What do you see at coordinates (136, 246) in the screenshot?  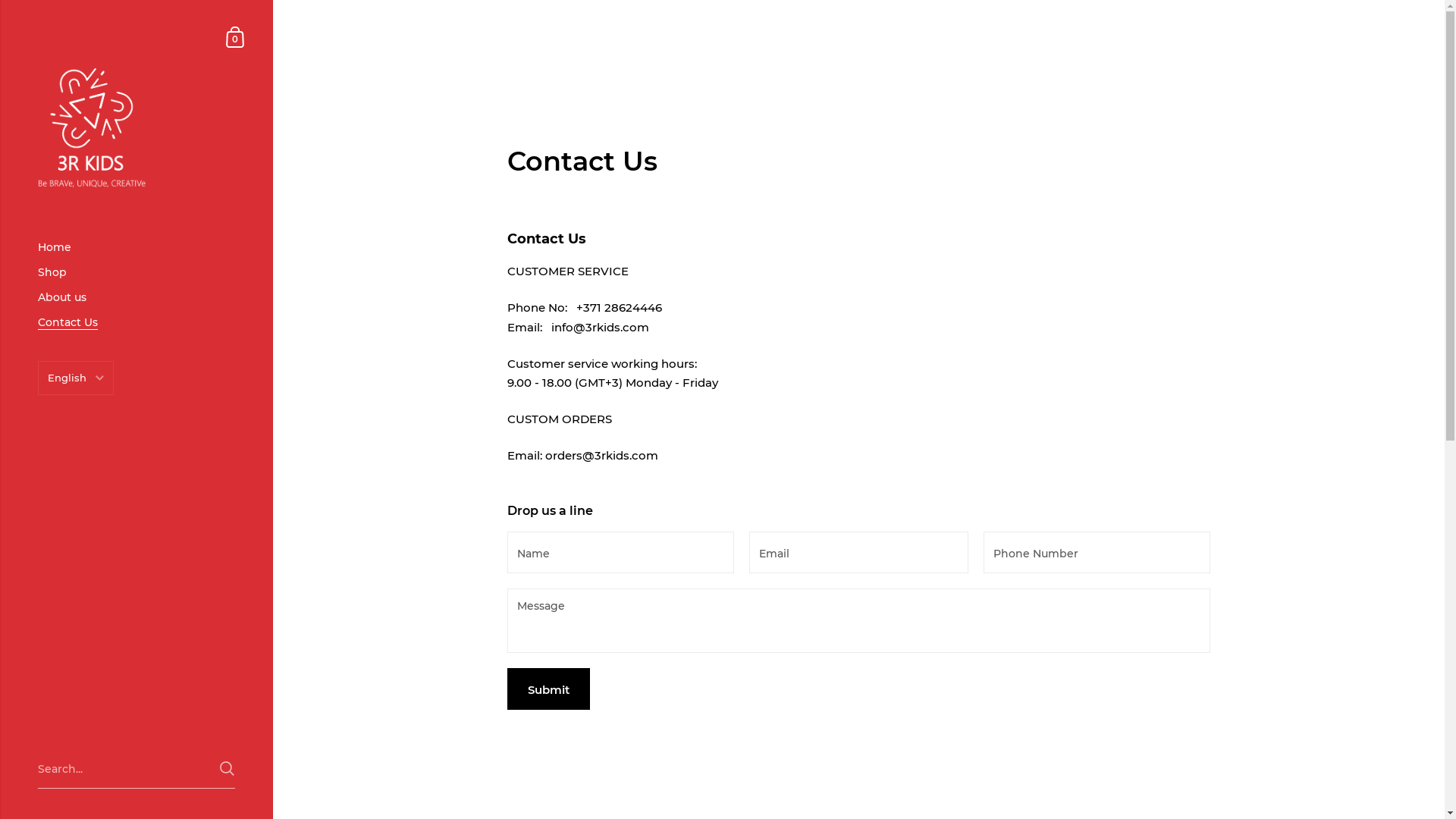 I see `'Home'` at bounding box center [136, 246].